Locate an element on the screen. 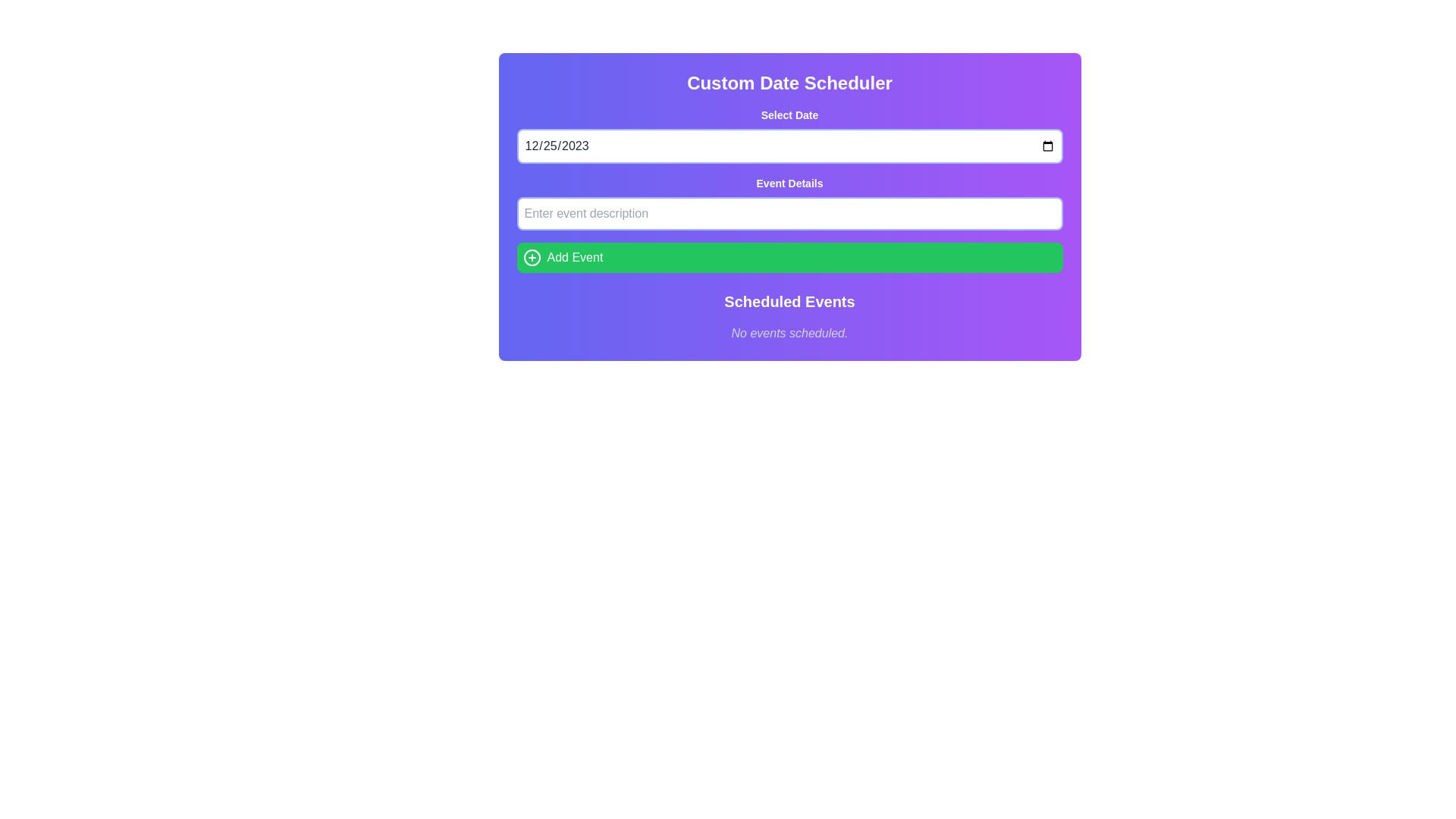 The image size is (1456, 819). the date input field labeled 'Select Date' in the 'Custom Date Scheduler' section by pressing Tab or Shift+Tab is located at coordinates (789, 134).